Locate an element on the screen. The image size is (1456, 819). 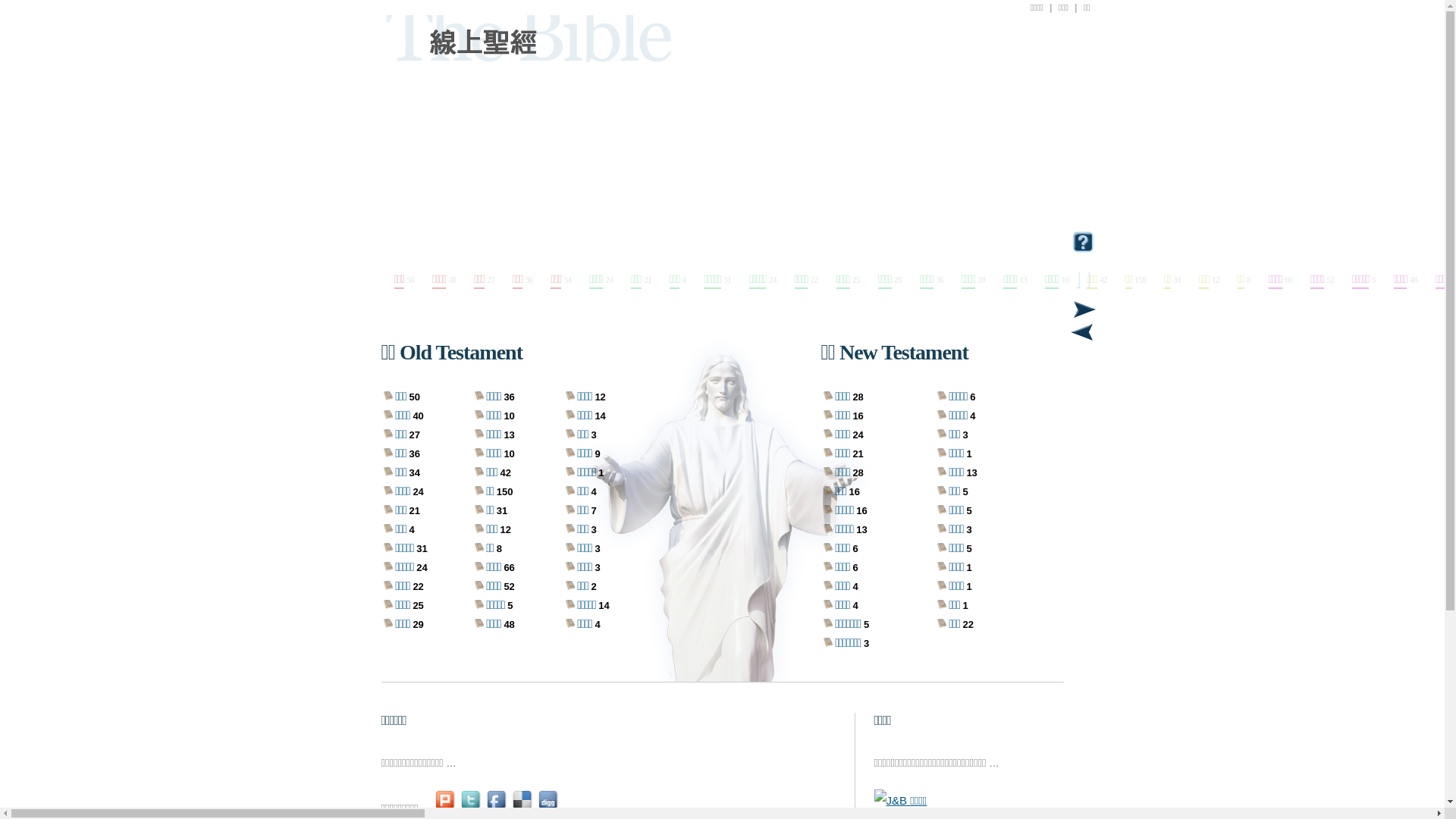
'Digg' is located at coordinates (548, 807).